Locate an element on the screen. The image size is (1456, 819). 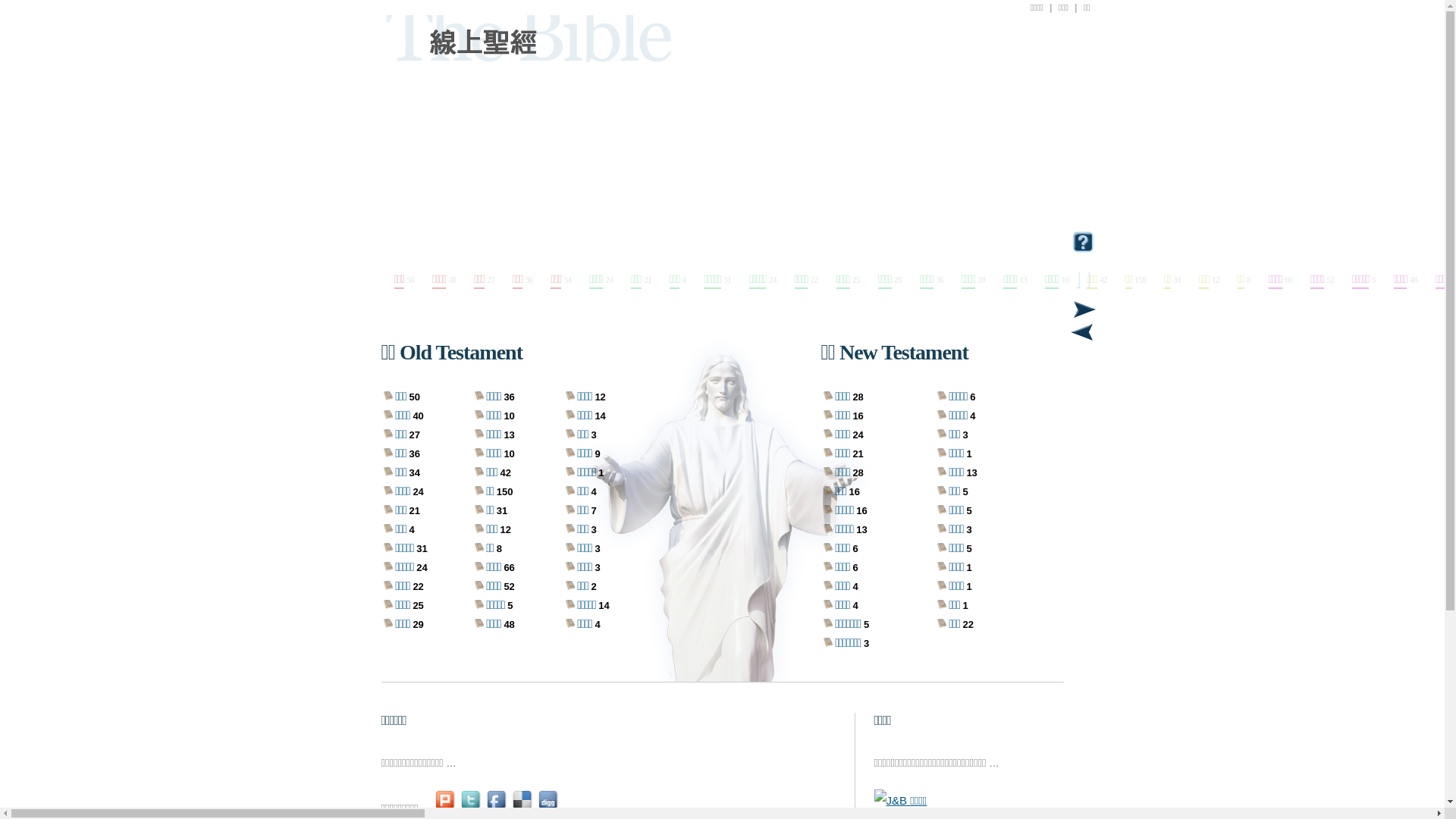
'Digg' is located at coordinates (548, 807).